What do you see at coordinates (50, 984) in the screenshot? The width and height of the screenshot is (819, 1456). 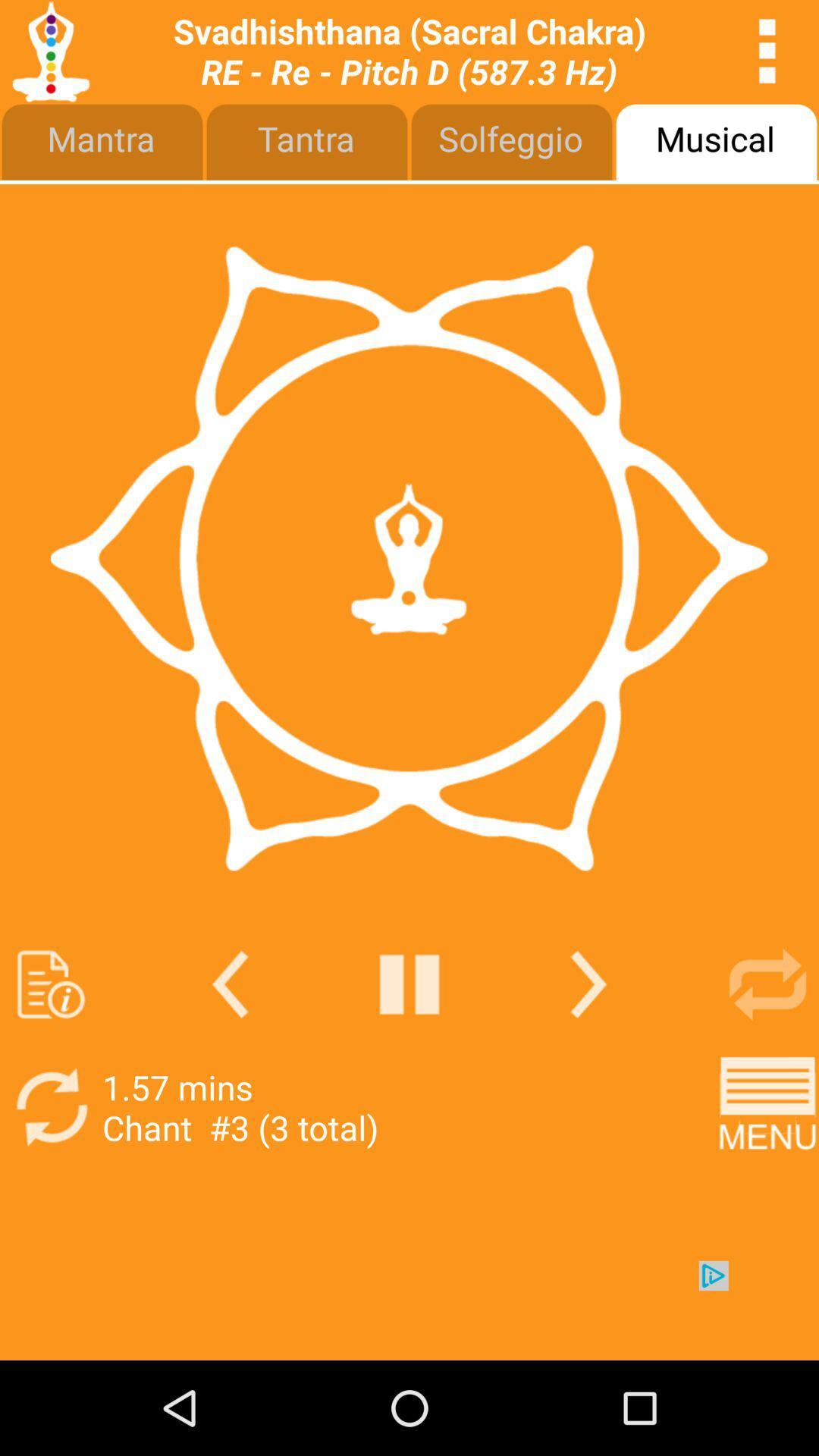 I see `notes` at bounding box center [50, 984].